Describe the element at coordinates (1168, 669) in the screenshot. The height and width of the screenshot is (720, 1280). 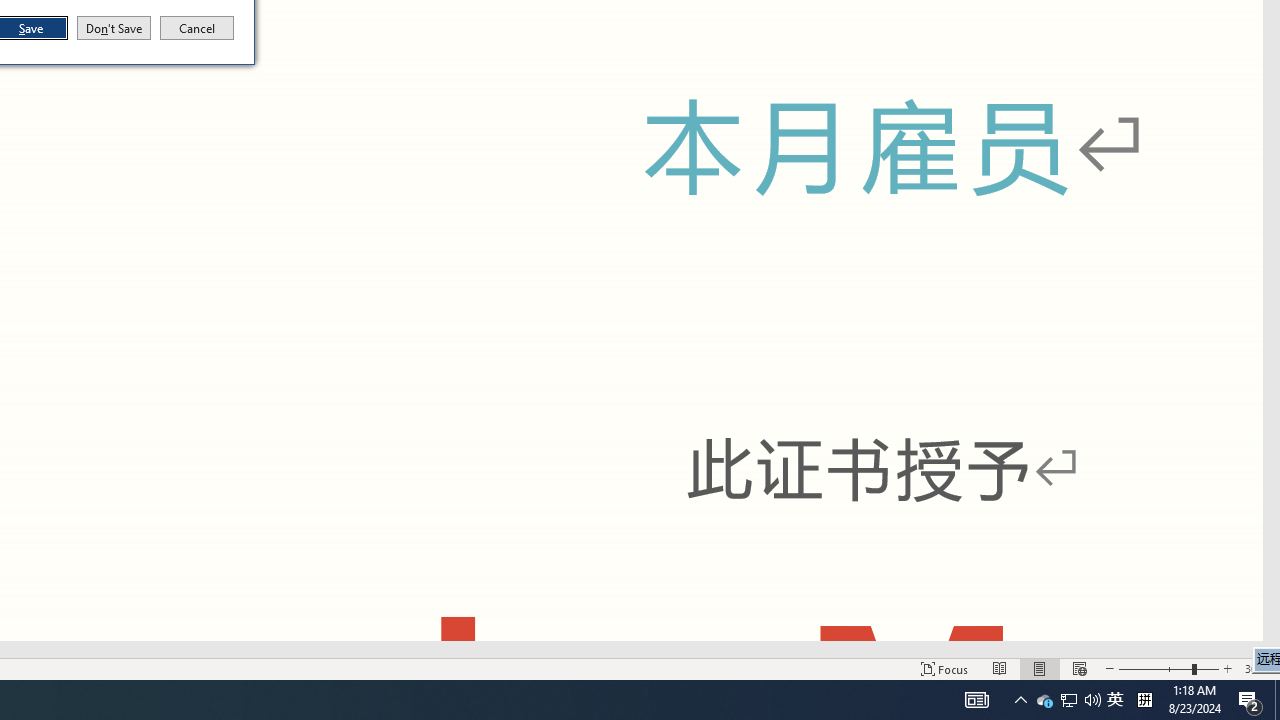
I see `'Tray Input Indicator - Chinese (Simplified, China)'` at that location.